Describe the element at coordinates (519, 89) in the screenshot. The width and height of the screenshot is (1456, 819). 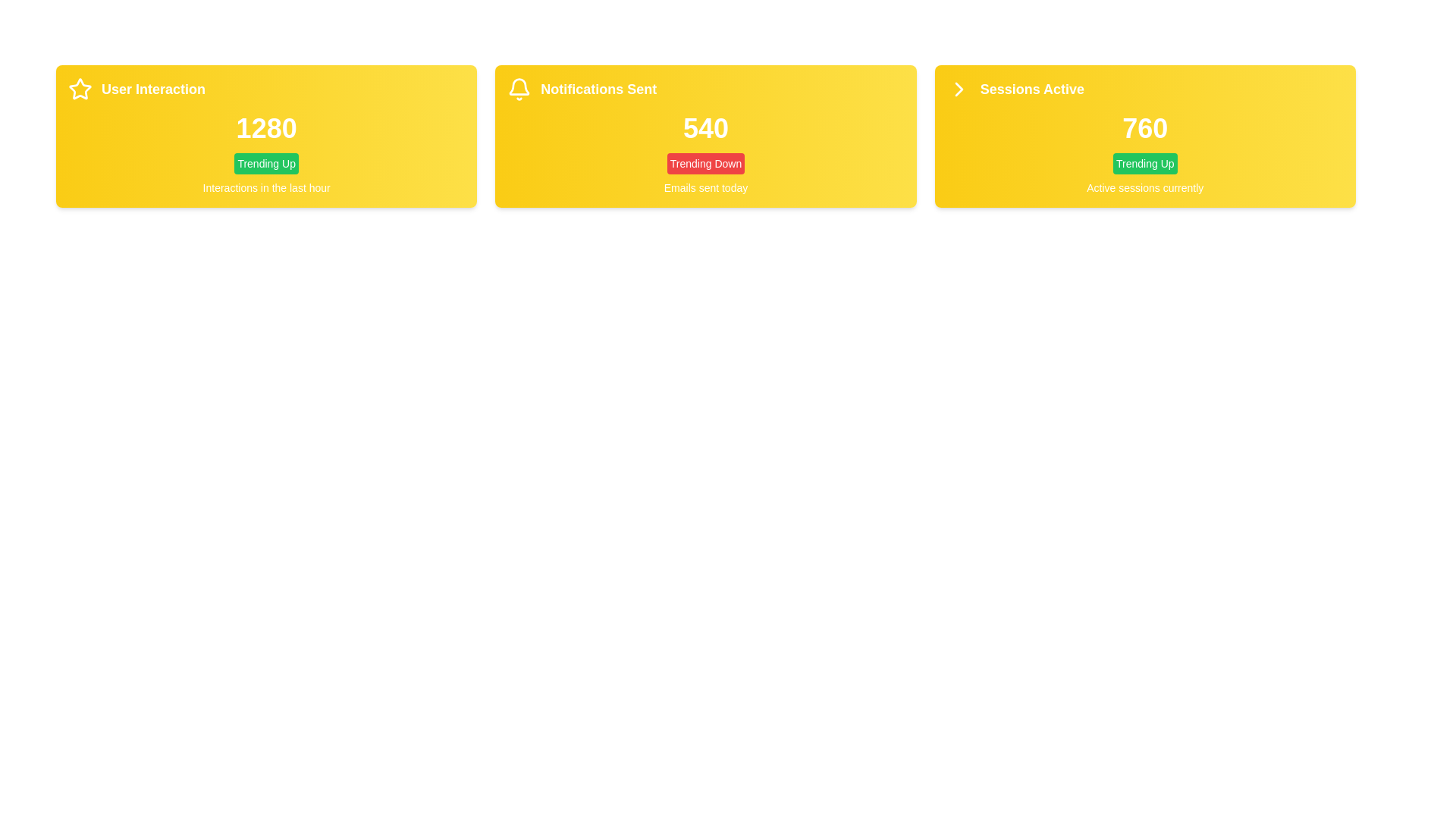
I see `the bell icon located at the top-left corner inside the 'Notifications Sent' card to signify notifications or alerts using touch gestures` at that location.